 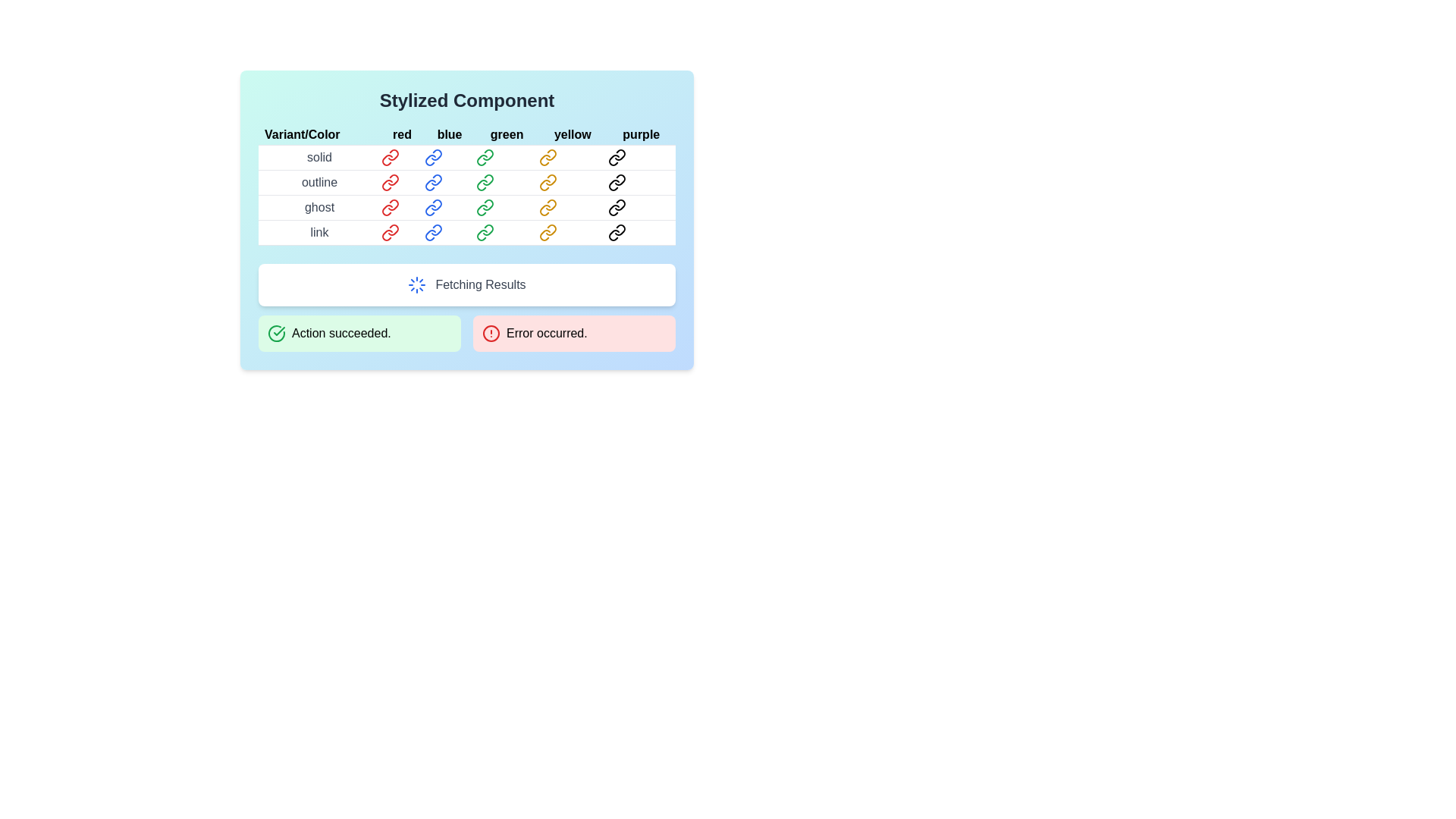 I want to click on the blue link icon located in the first row under the 'blue' column of the table titled 'Stylized Component', so click(x=432, y=158).